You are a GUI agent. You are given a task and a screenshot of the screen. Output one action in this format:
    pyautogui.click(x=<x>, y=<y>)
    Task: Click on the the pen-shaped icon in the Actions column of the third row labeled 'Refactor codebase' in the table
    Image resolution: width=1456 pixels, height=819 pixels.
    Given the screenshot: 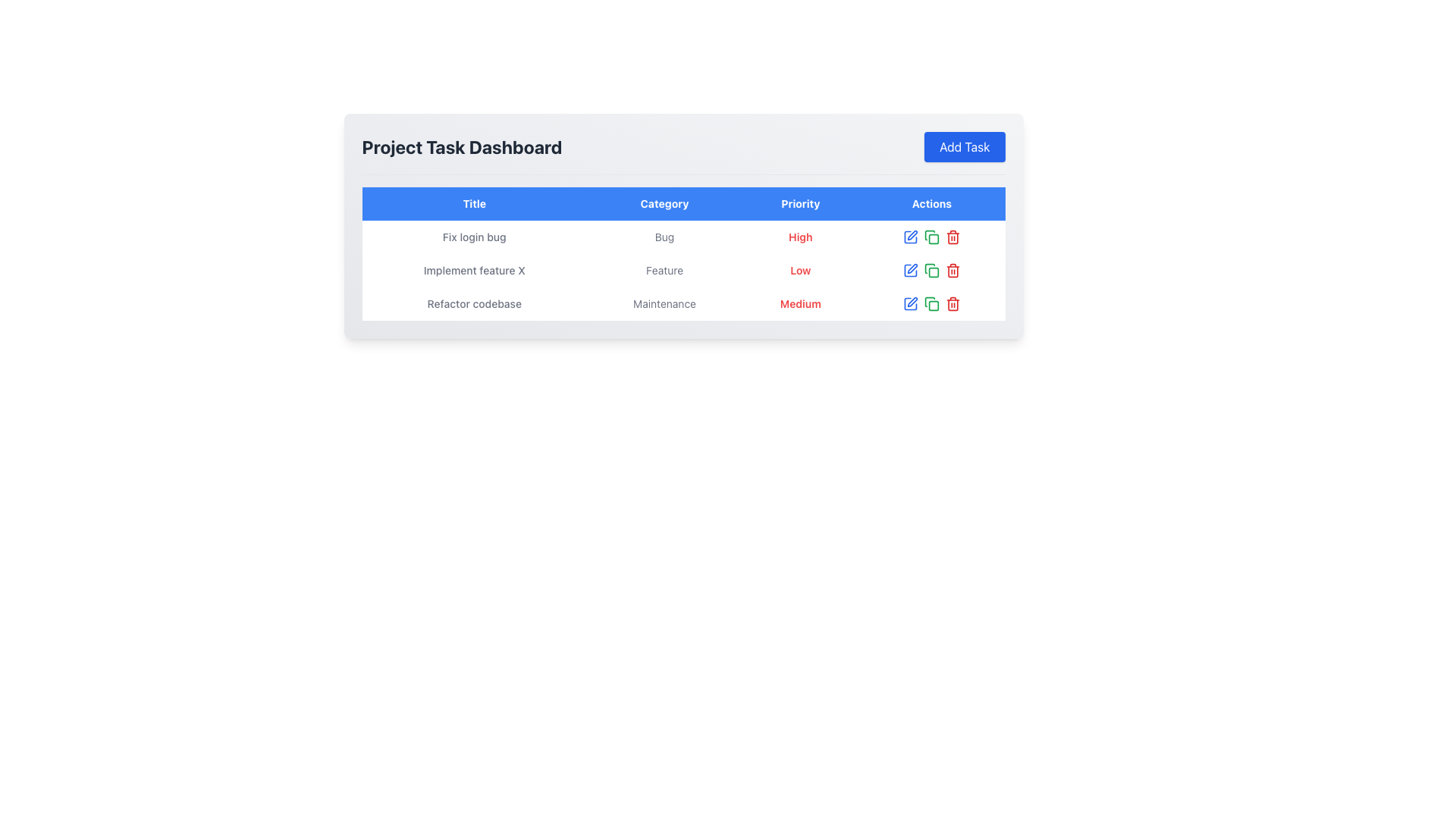 What is the action you would take?
    pyautogui.click(x=912, y=302)
    